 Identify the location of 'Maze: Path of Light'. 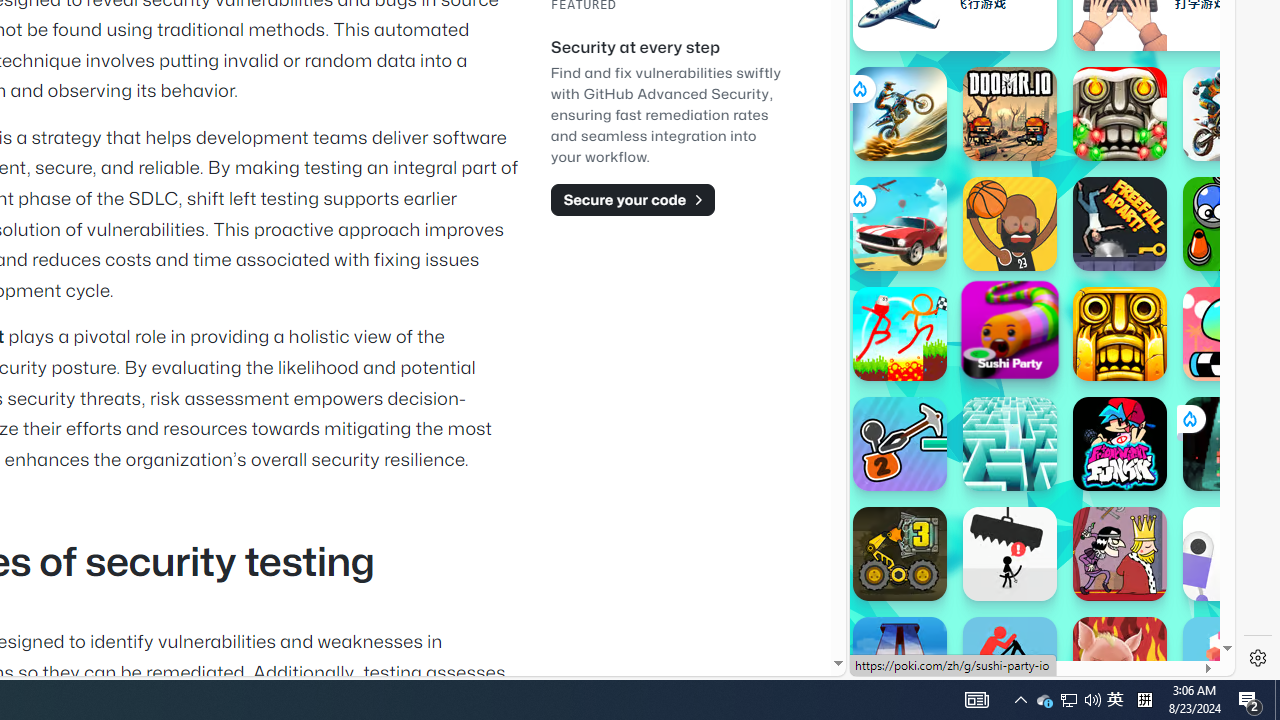
(1009, 442).